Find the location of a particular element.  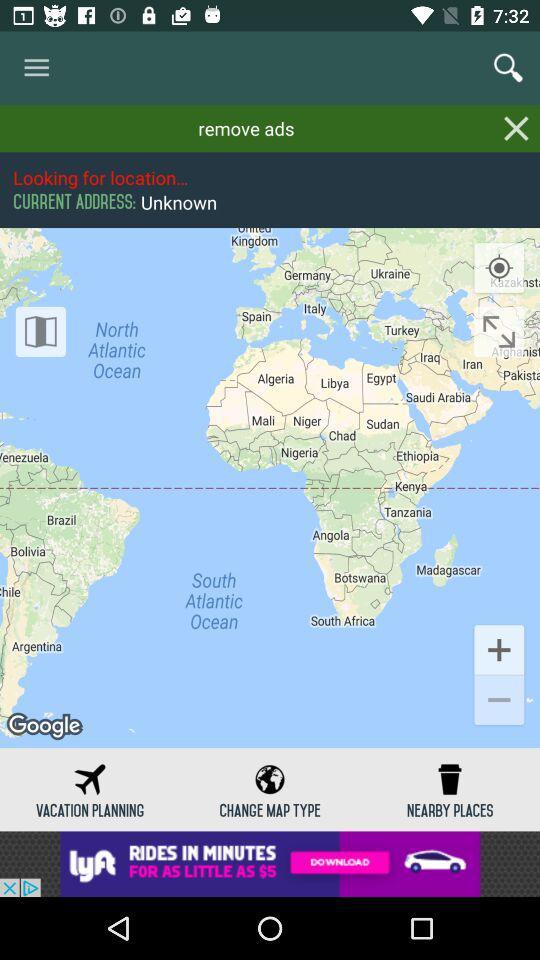

zoom button is located at coordinates (498, 331).